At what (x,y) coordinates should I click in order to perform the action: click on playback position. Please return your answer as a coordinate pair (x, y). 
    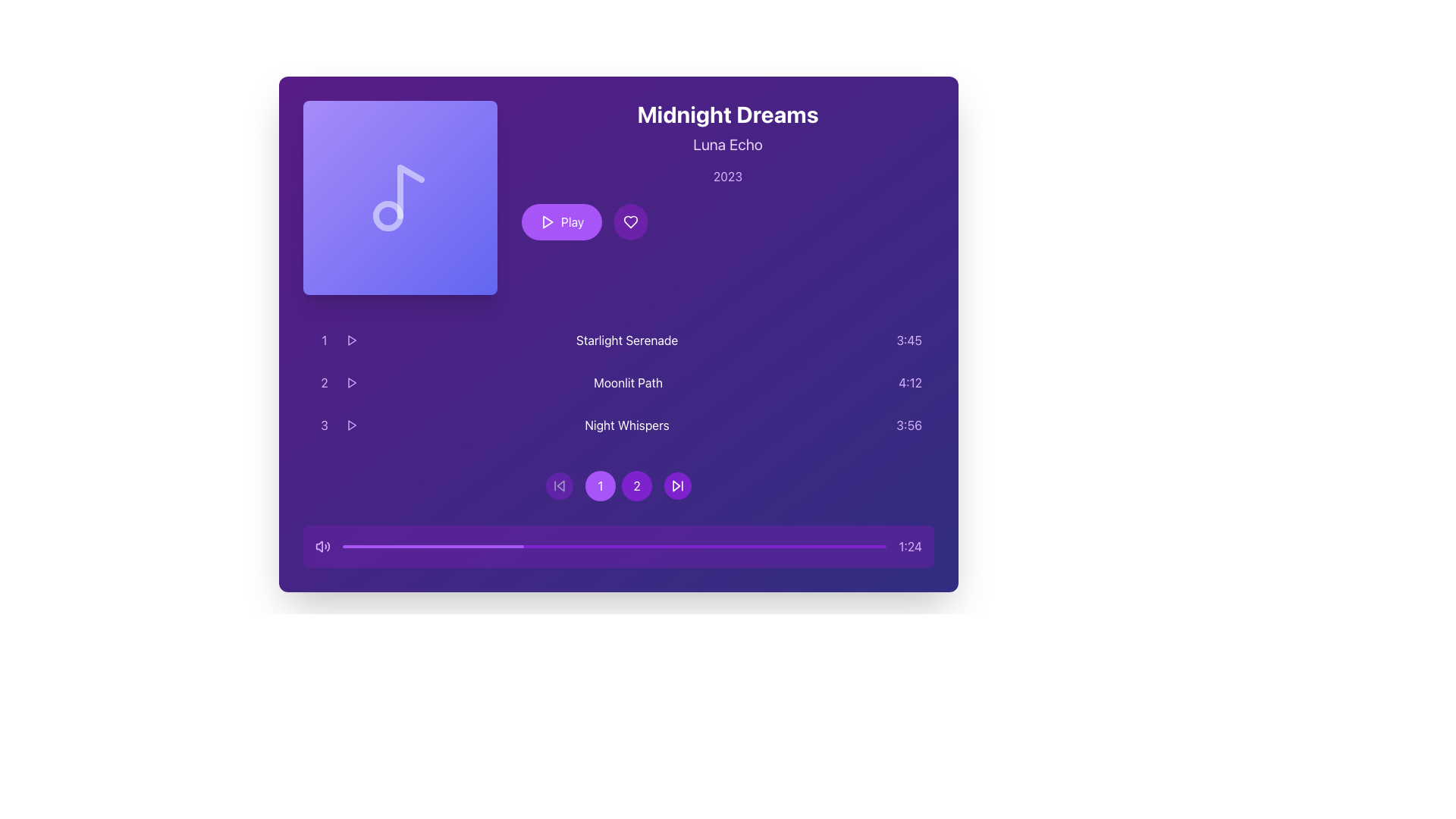
    Looking at the image, I should click on (445, 547).